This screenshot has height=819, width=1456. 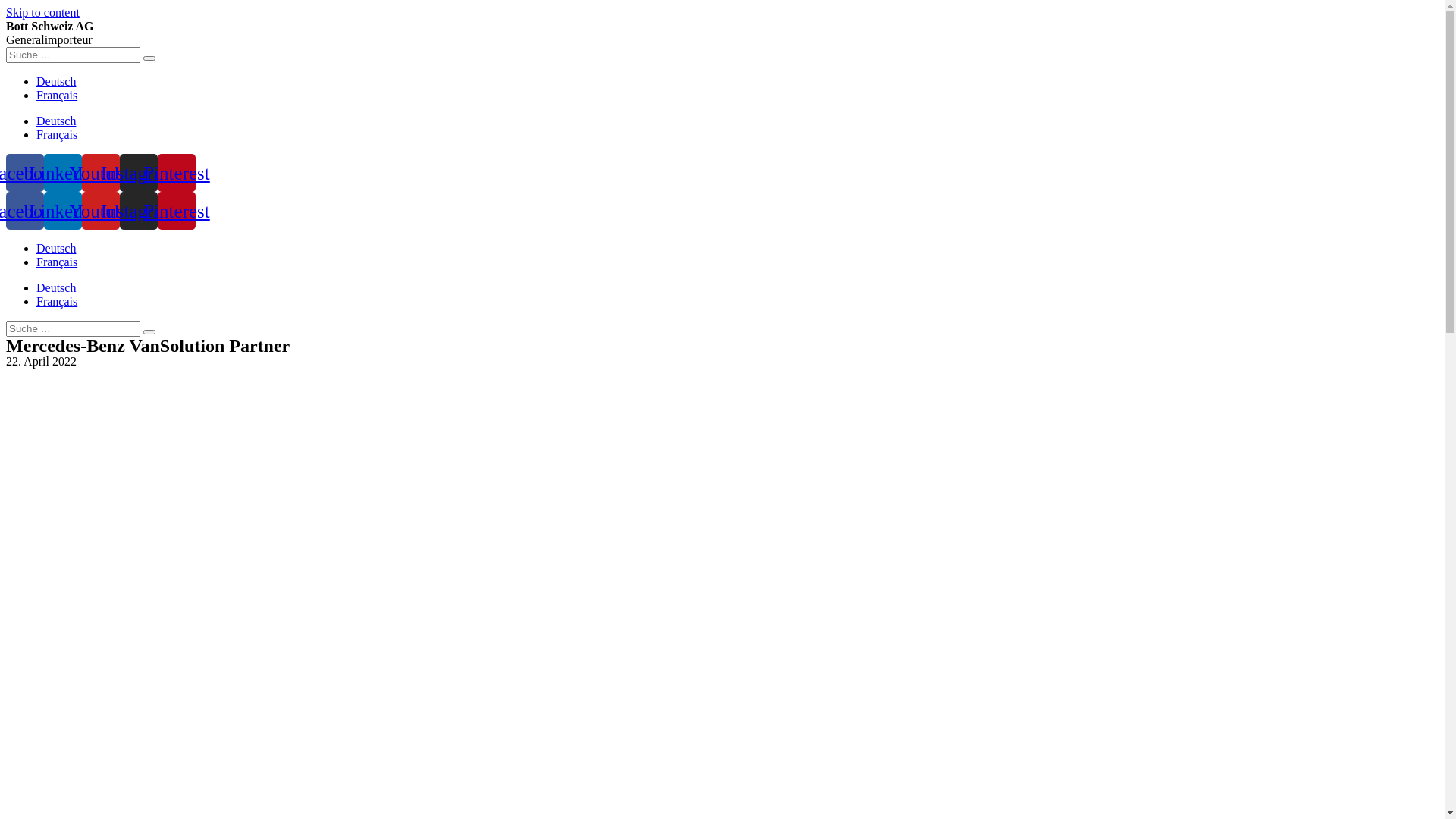 I want to click on 'Facebook', so click(x=25, y=210).